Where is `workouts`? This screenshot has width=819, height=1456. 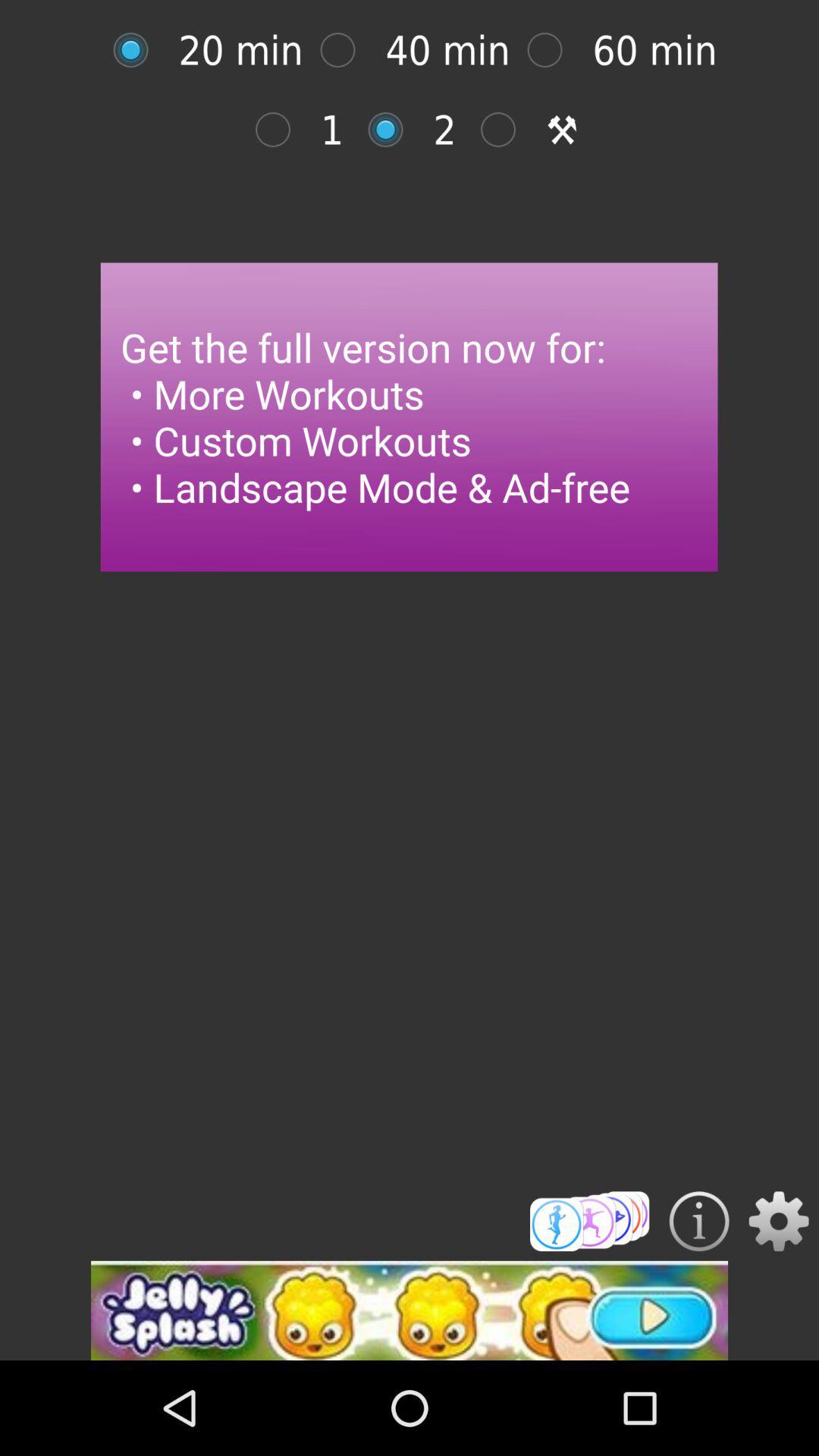 workouts is located at coordinates (588, 1221).